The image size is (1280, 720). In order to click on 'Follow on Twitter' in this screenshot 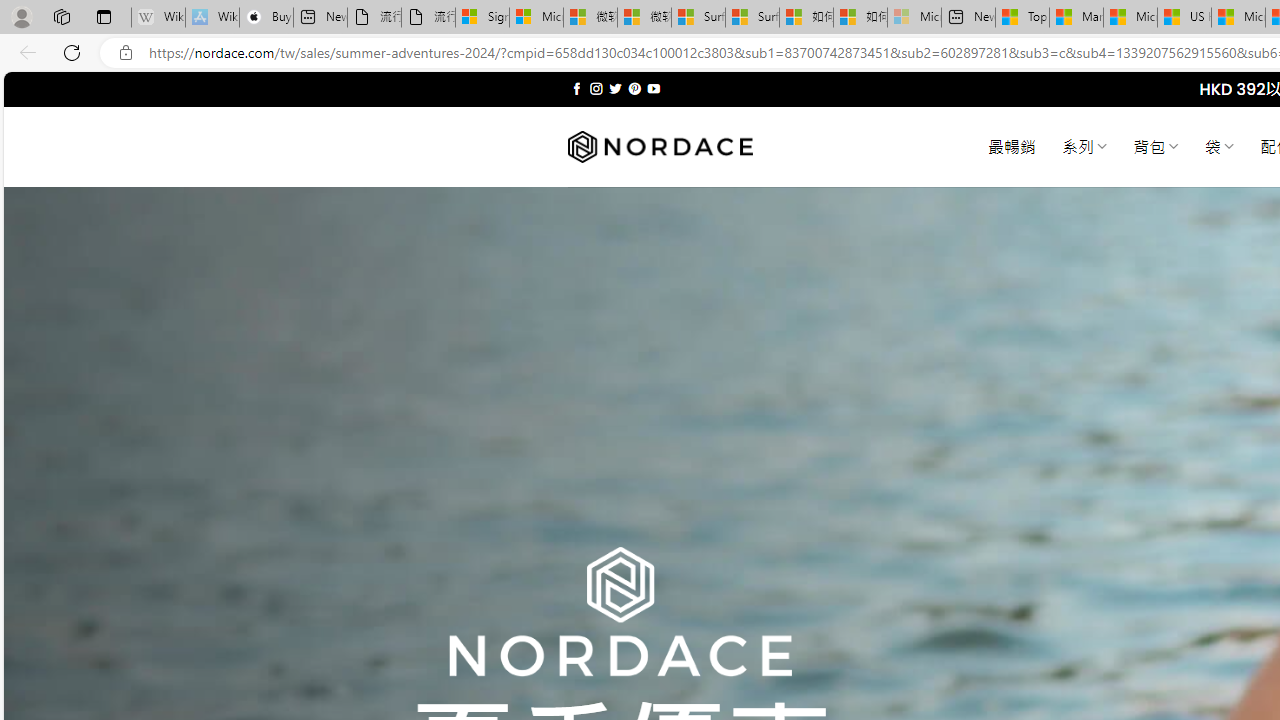, I will do `click(614, 88)`.